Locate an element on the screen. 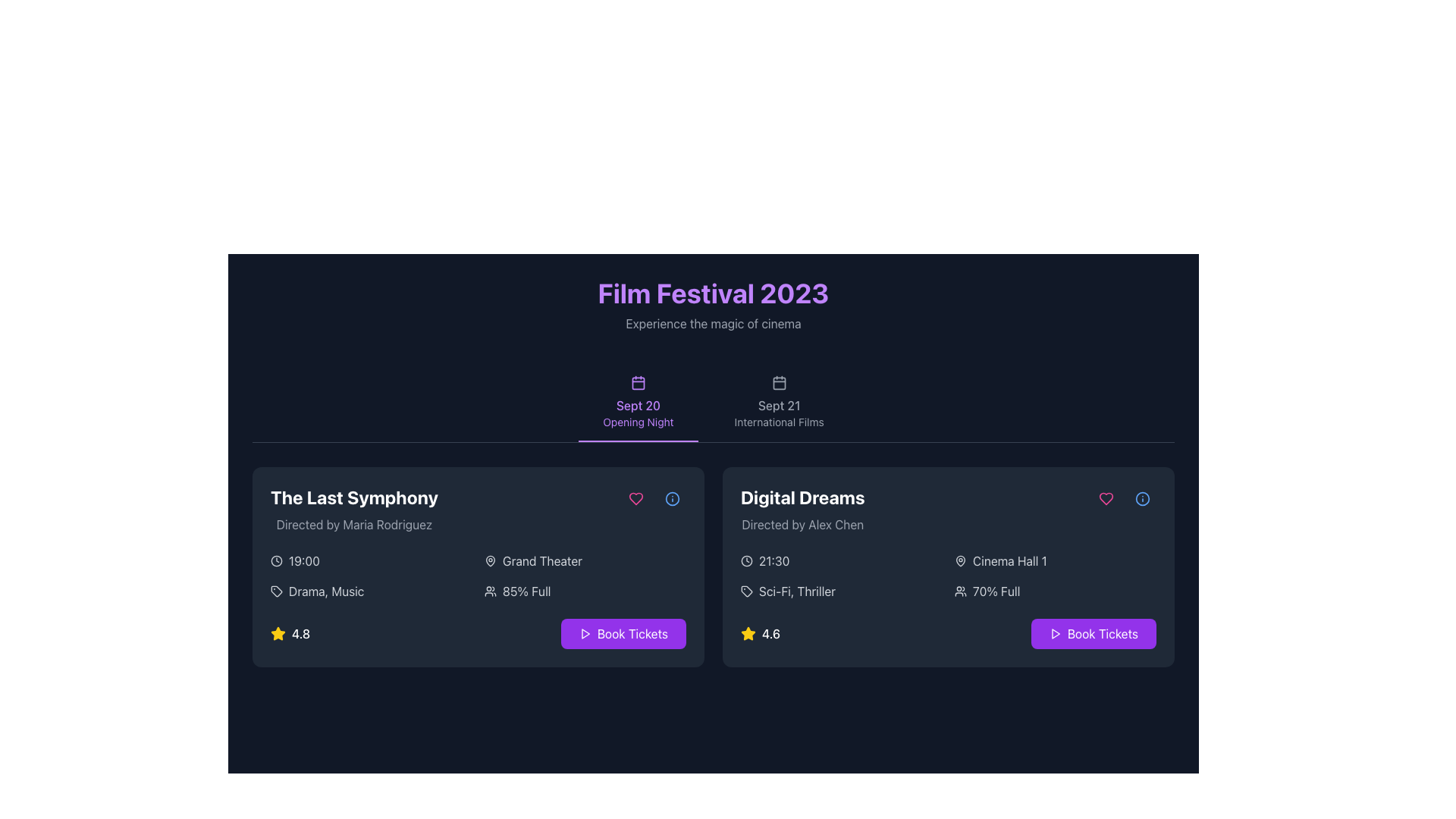 Image resolution: width=1456 pixels, height=819 pixels. the heart-shaped 'like' icon outlined in pink located in the top-right corner of the film 'The Last Symphony' card to mark it as a favorite is located at coordinates (636, 499).